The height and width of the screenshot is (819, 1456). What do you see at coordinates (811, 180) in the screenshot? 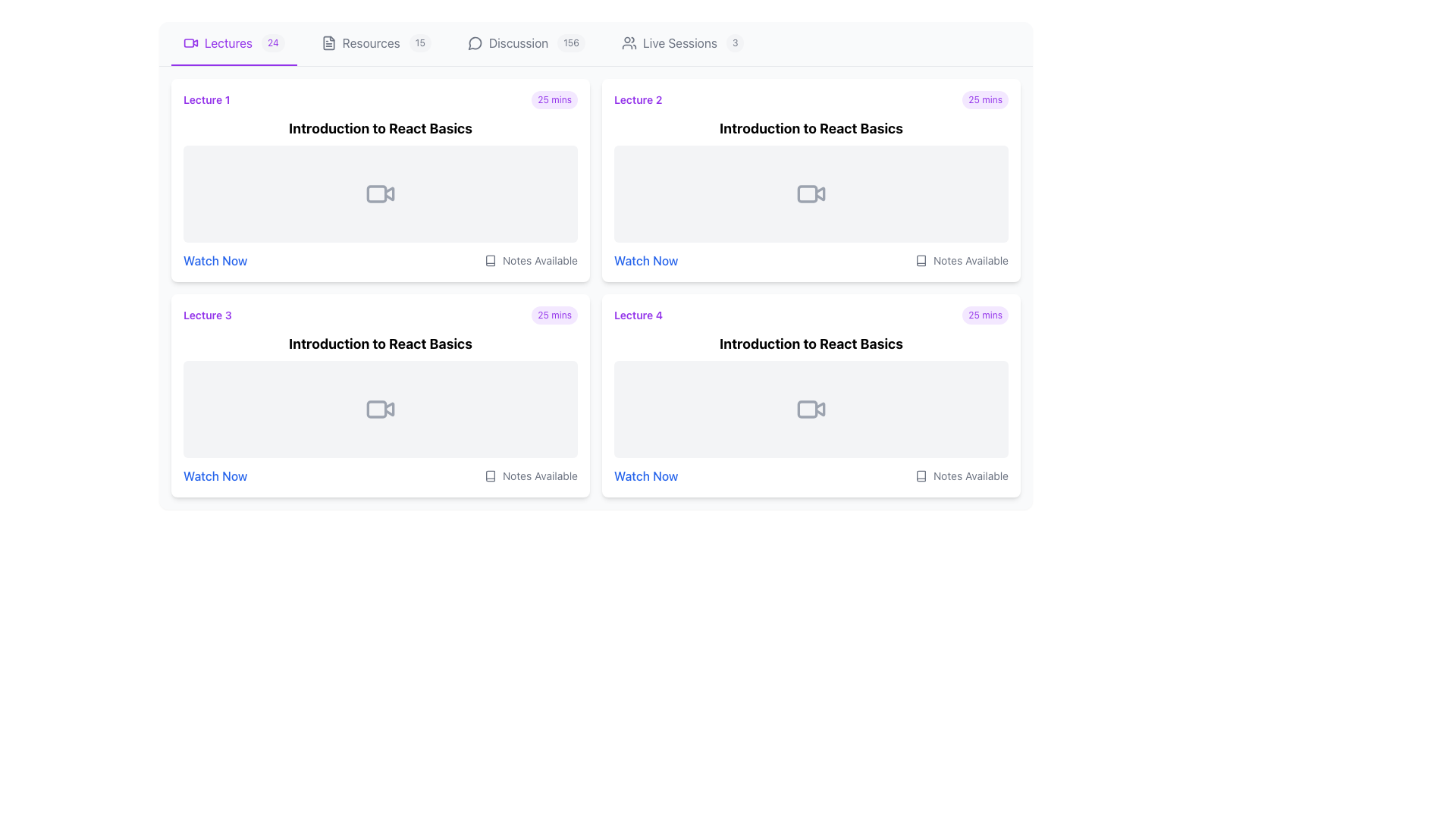
I see `the second card element in the grid layout, which features a white rounded-corner design with a purple label 'Lecture 2' and a blue link labeled 'Watch Now'` at bounding box center [811, 180].